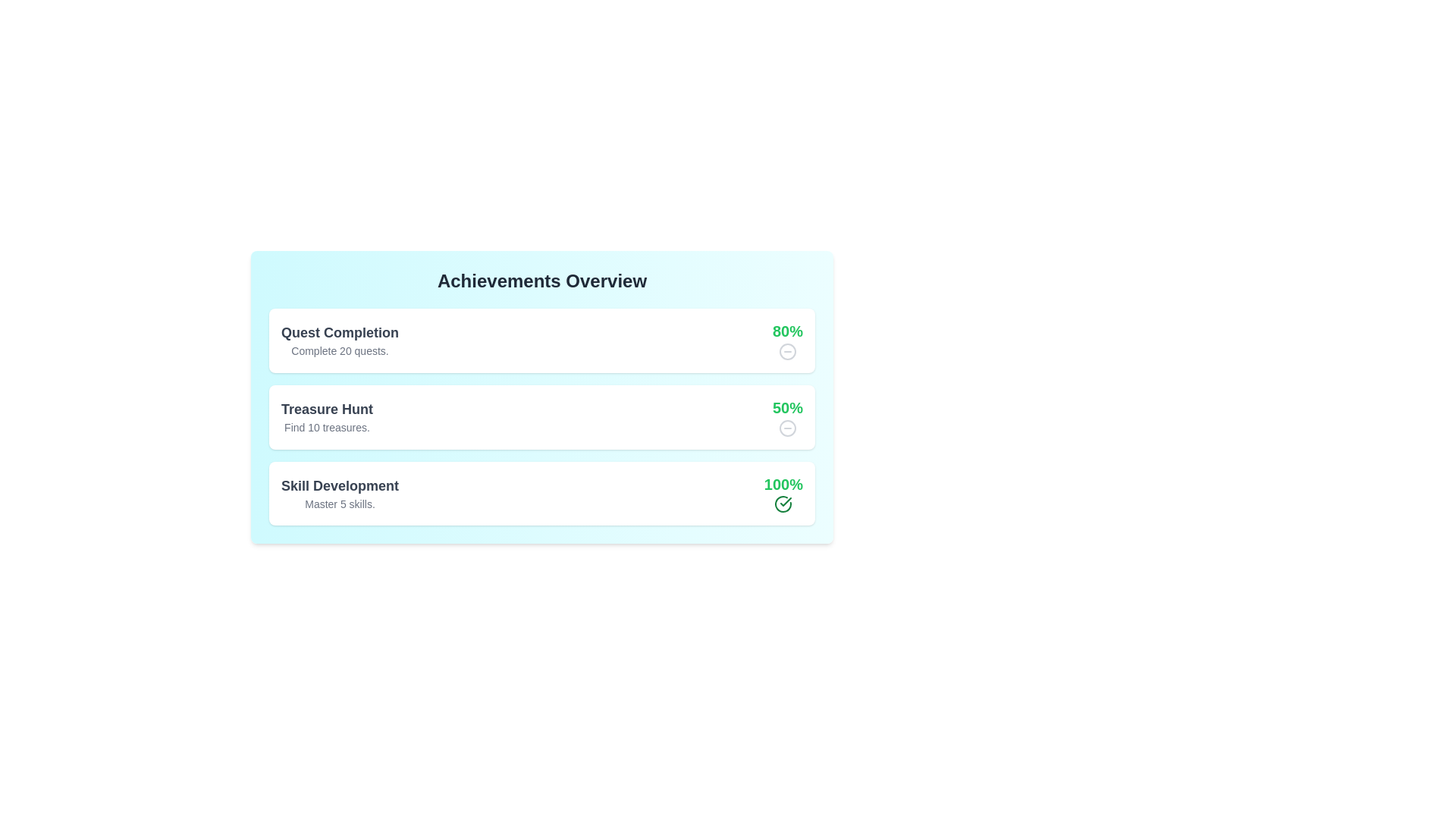 This screenshot has height=819, width=1456. I want to click on the text label reading 'Complete 20 quests.' located under the 'Quest Completion' section, so click(339, 351).